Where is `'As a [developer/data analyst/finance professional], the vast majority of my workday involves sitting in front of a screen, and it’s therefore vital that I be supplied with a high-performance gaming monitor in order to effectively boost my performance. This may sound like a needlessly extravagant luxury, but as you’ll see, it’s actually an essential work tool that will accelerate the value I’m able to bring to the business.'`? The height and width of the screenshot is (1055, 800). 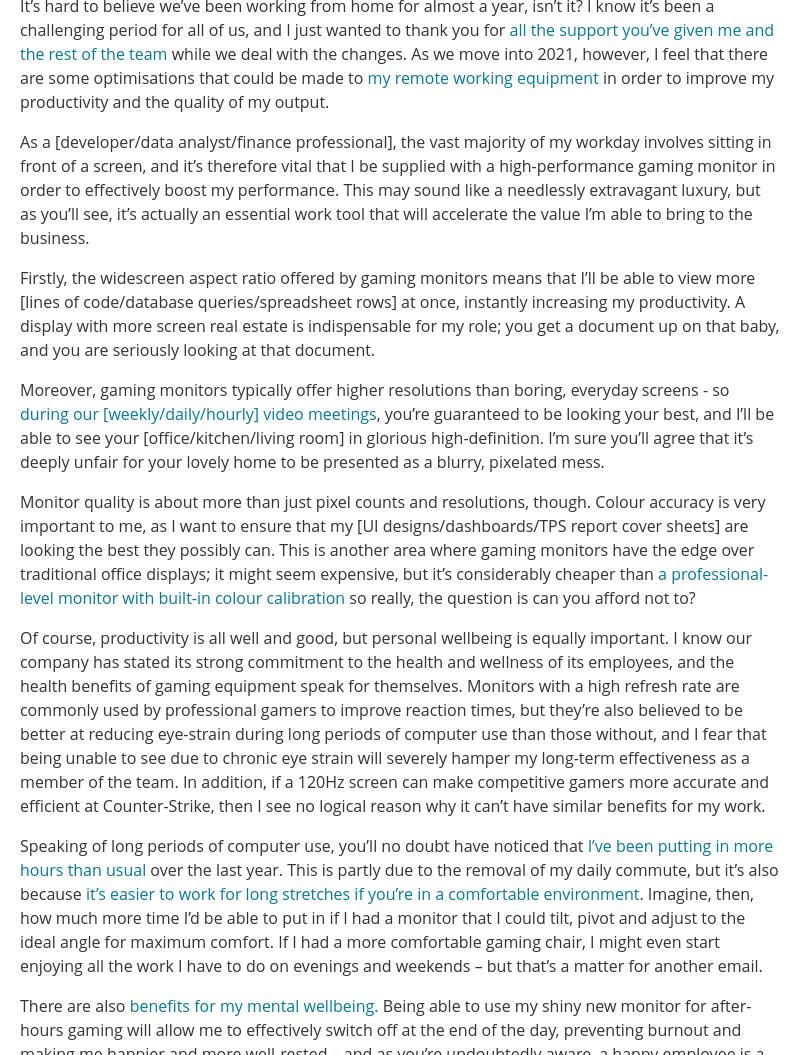 'As a [developer/data analyst/finance professional], the vast majority of my workday involves sitting in front of a screen, and it’s therefore vital that I be supplied with a high-performance gaming monitor in order to effectively boost my performance. This may sound like a needlessly extravagant luxury, but as you’ll see, it’s actually an essential work tool that will accelerate the value I’m able to bring to the business.' is located at coordinates (396, 187).